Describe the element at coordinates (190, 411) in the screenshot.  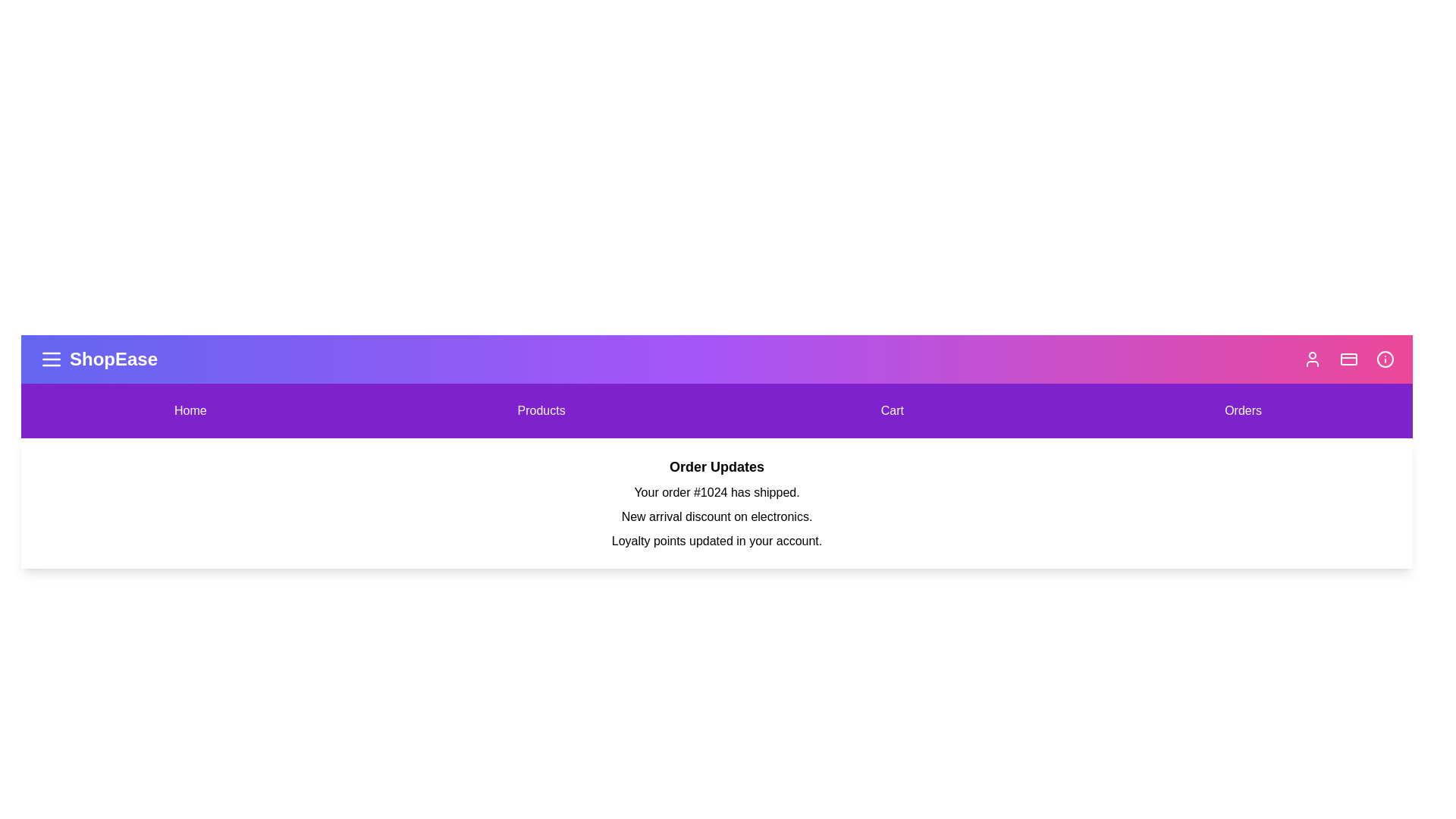
I see `the 'Home' button to navigate to the 'Home' section` at that location.